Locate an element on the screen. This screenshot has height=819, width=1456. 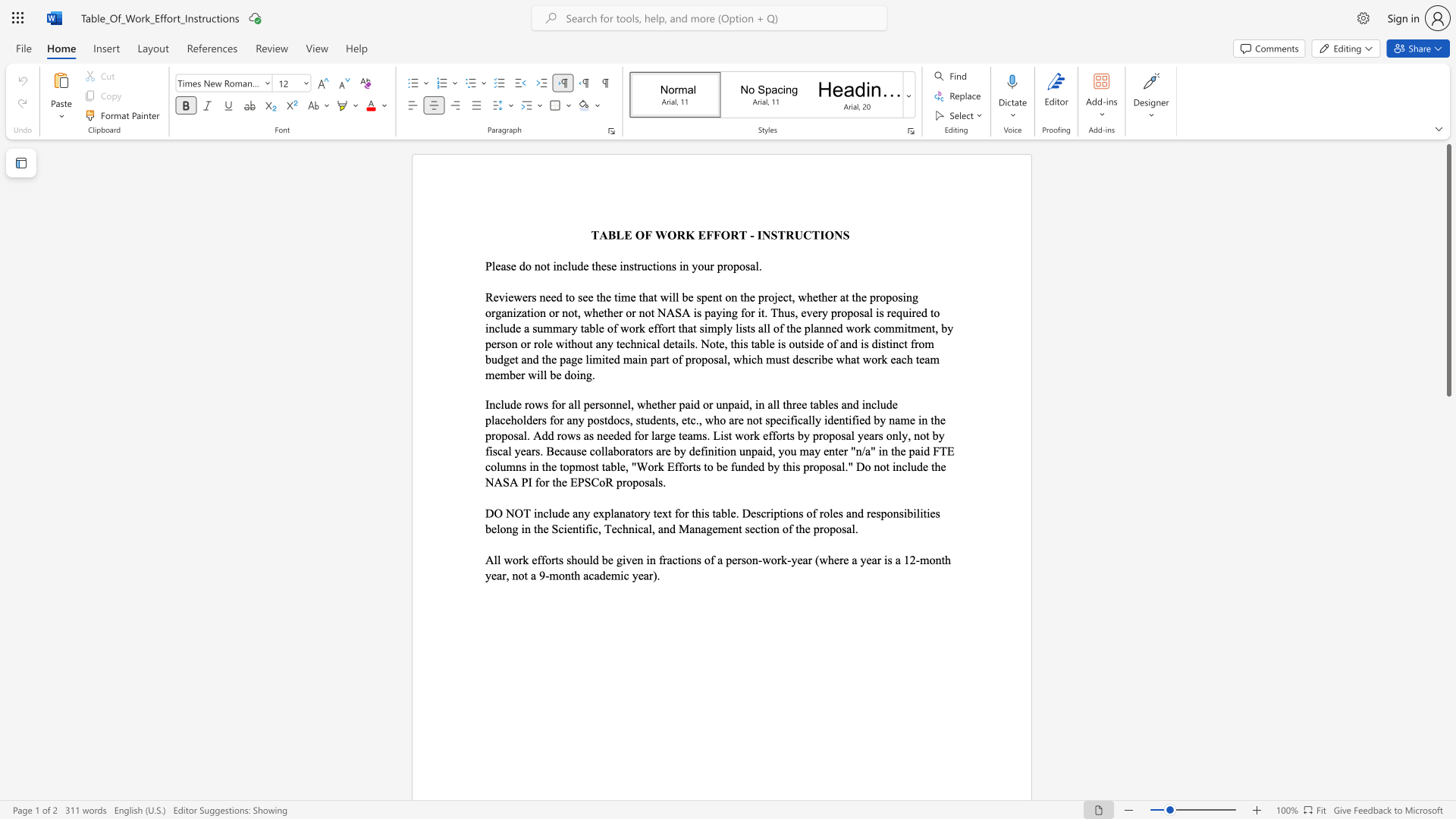
the vertical scrollbar to lower the page content is located at coordinates (1448, 409).